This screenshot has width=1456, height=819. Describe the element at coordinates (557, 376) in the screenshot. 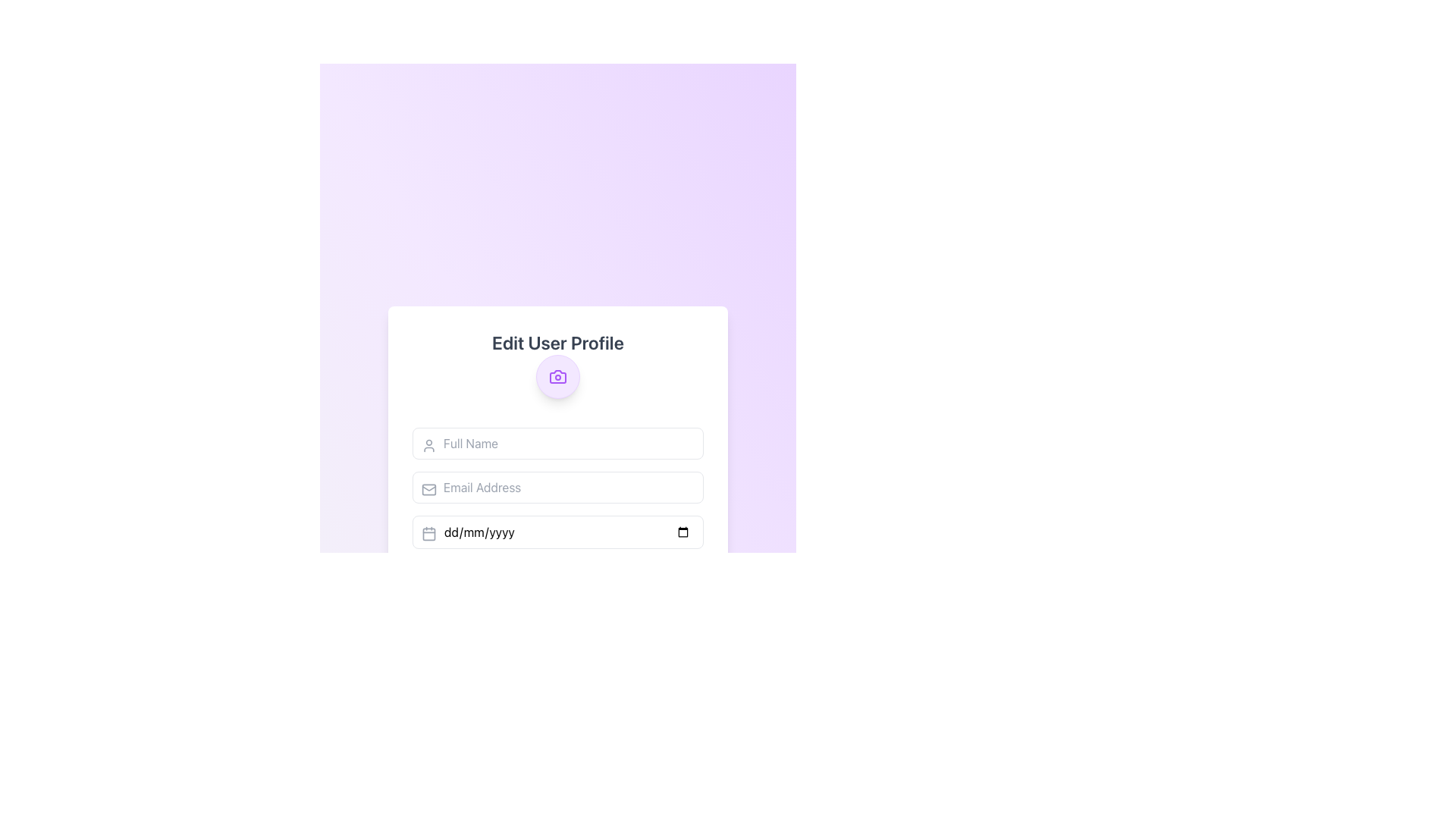

I see `the camera icon for uploading or managing a user profile picture, which is located in a circular purple button above the form fields in the 'Edit User Profile' section` at that location.